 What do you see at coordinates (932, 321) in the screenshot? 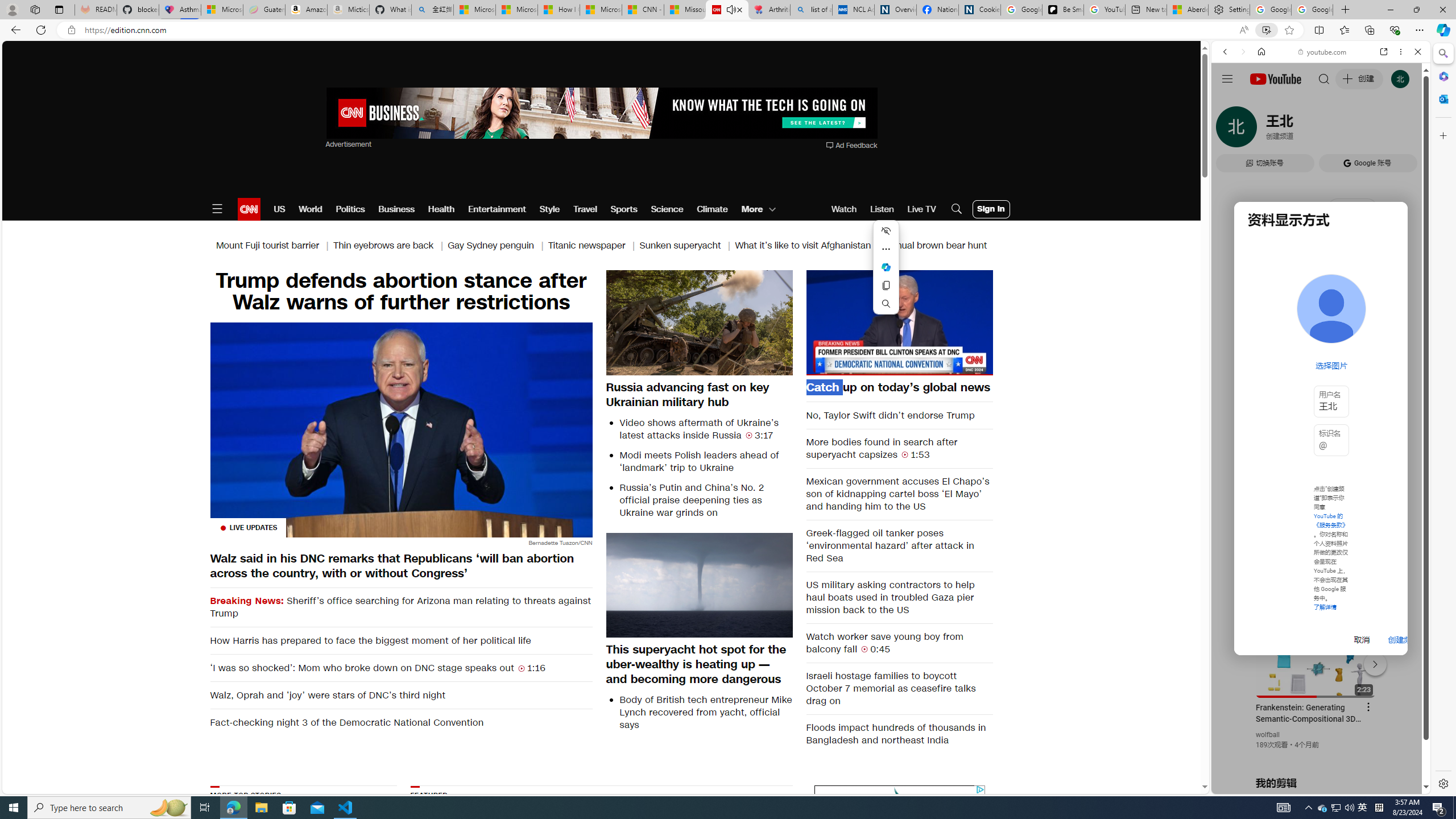
I see `'Forward 10 seconds'` at bounding box center [932, 321].